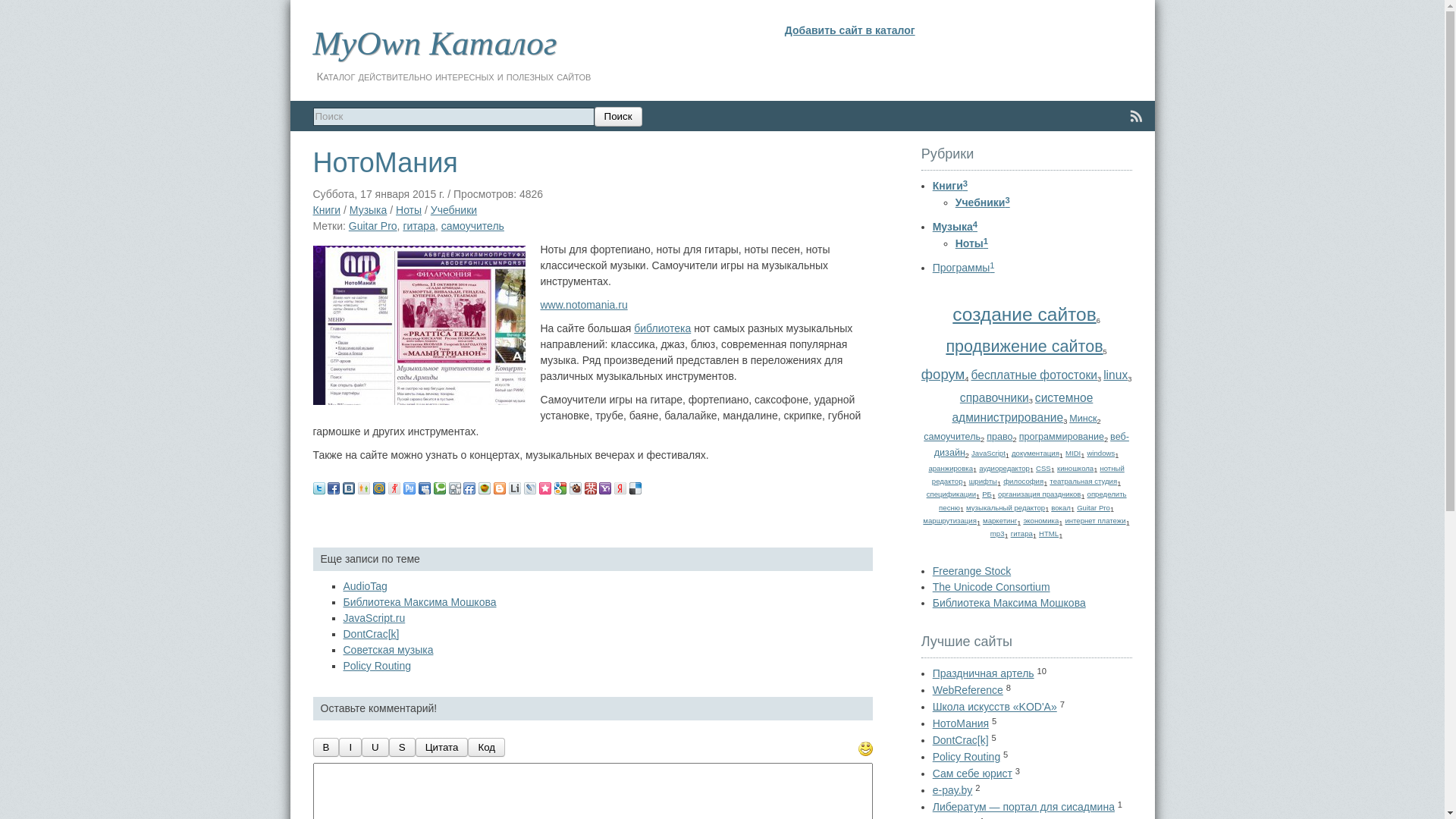 The height and width of the screenshot is (819, 1456). Describe the element at coordinates (402, 746) in the screenshot. I see `'S'` at that location.